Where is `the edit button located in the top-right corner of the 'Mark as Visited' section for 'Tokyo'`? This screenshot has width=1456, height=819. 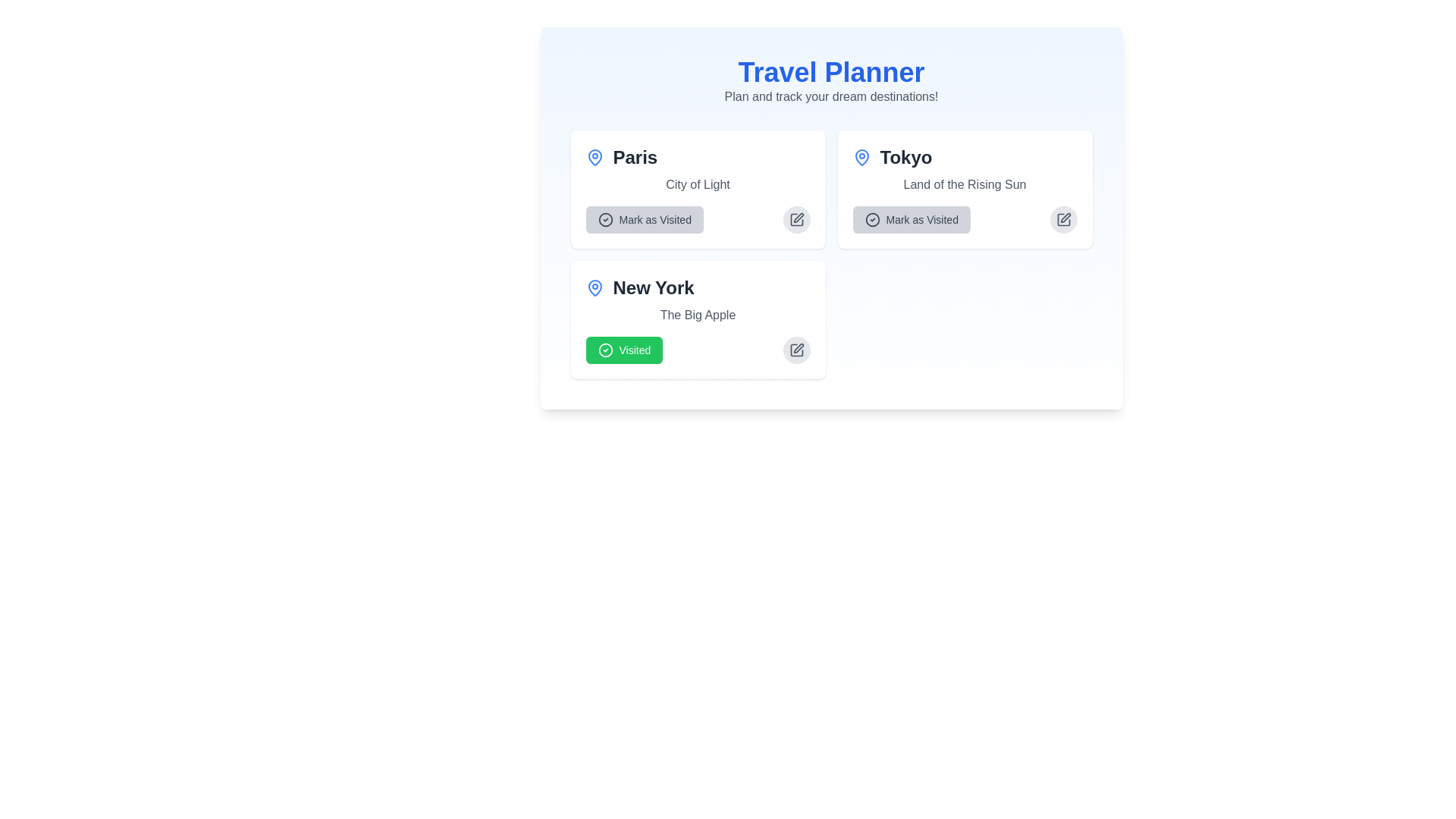 the edit button located in the top-right corner of the 'Mark as Visited' section for 'Tokyo' is located at coordinates (1062, 219).